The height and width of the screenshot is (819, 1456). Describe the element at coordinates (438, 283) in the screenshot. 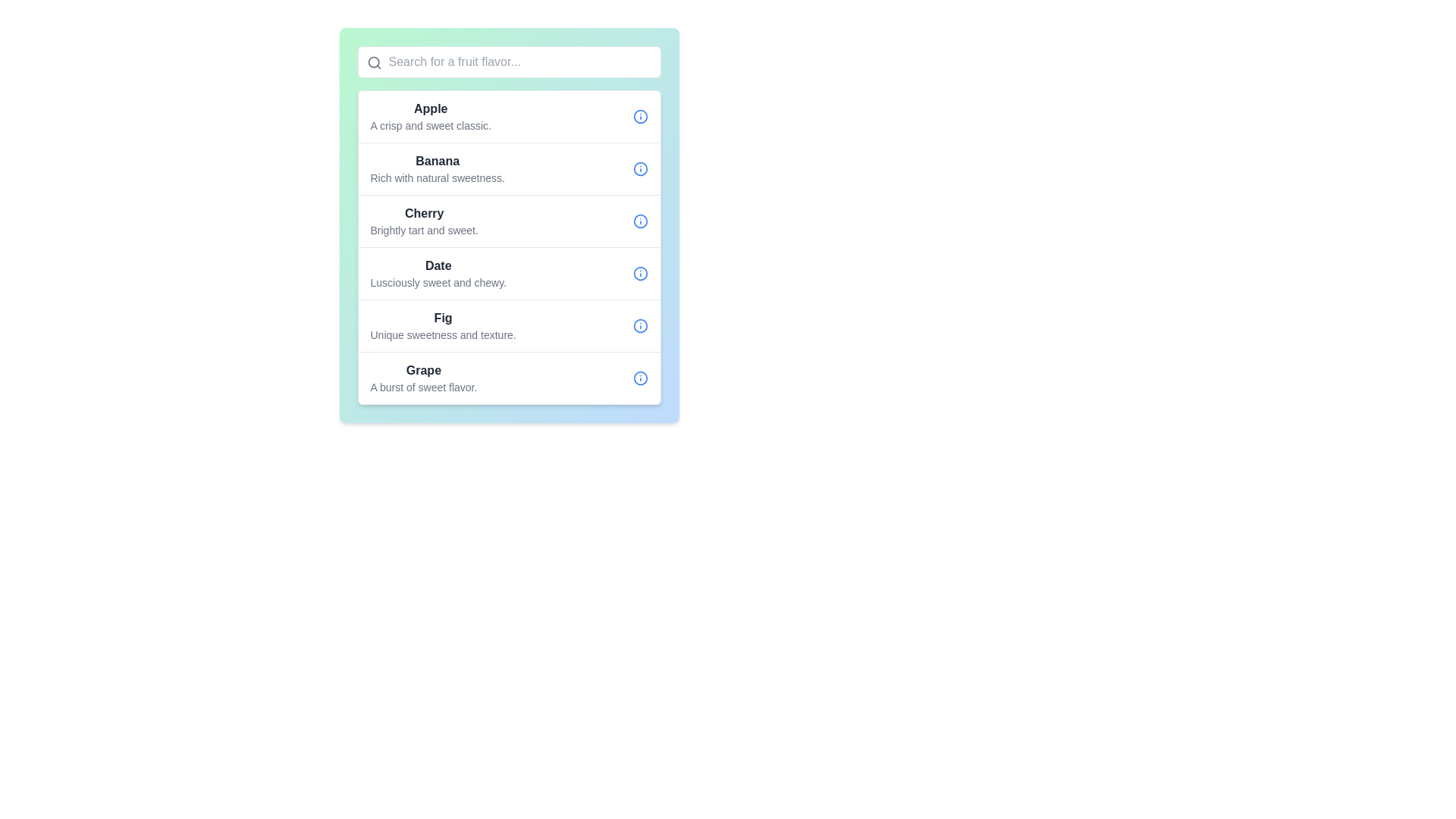

I see `the text label displaying 'Lusciously sweet and chewy.' which is located below the 'Date' title text in the right panel` at that location.